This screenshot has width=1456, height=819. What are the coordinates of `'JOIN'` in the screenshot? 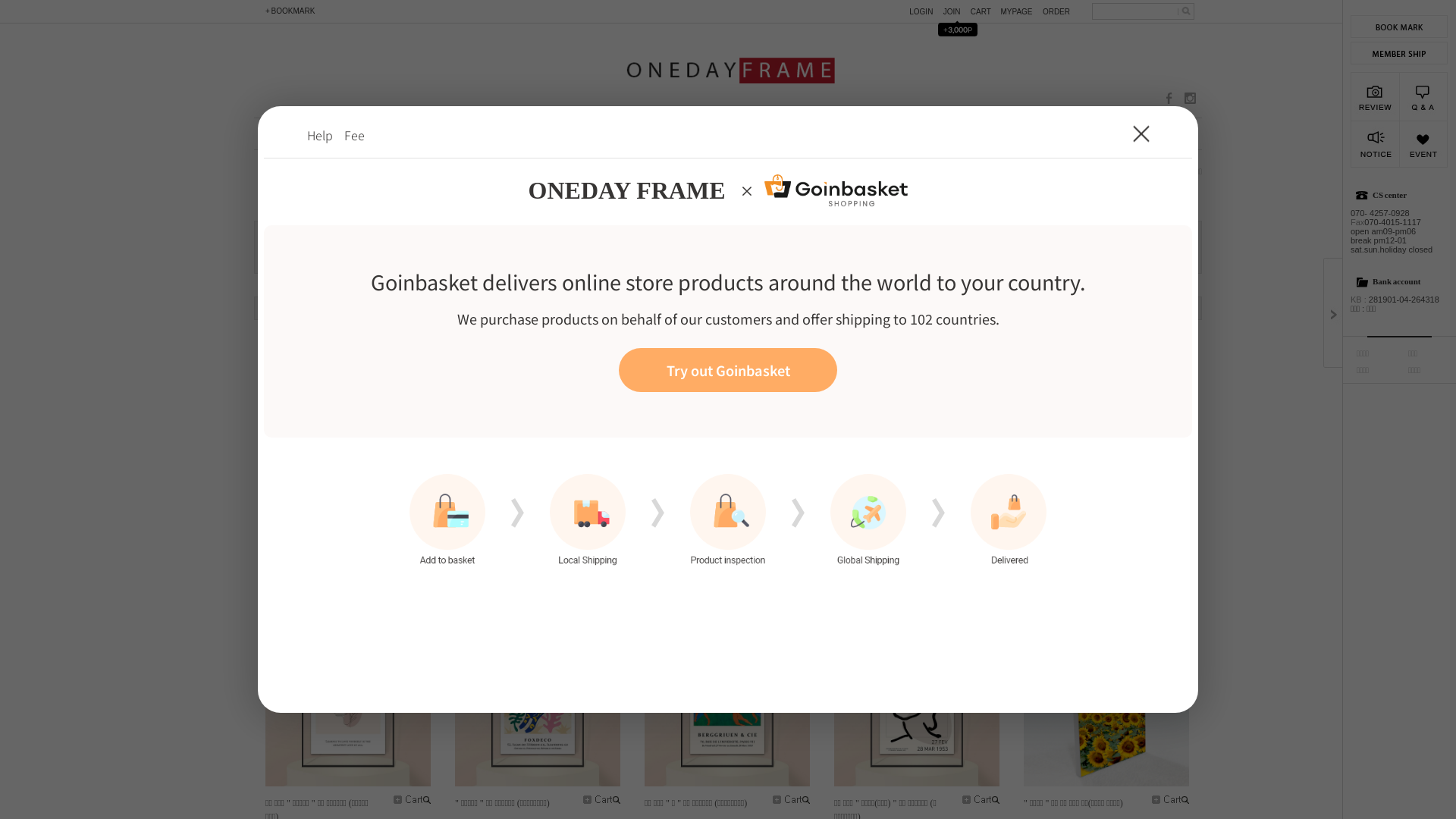 It's located at (942, 11).